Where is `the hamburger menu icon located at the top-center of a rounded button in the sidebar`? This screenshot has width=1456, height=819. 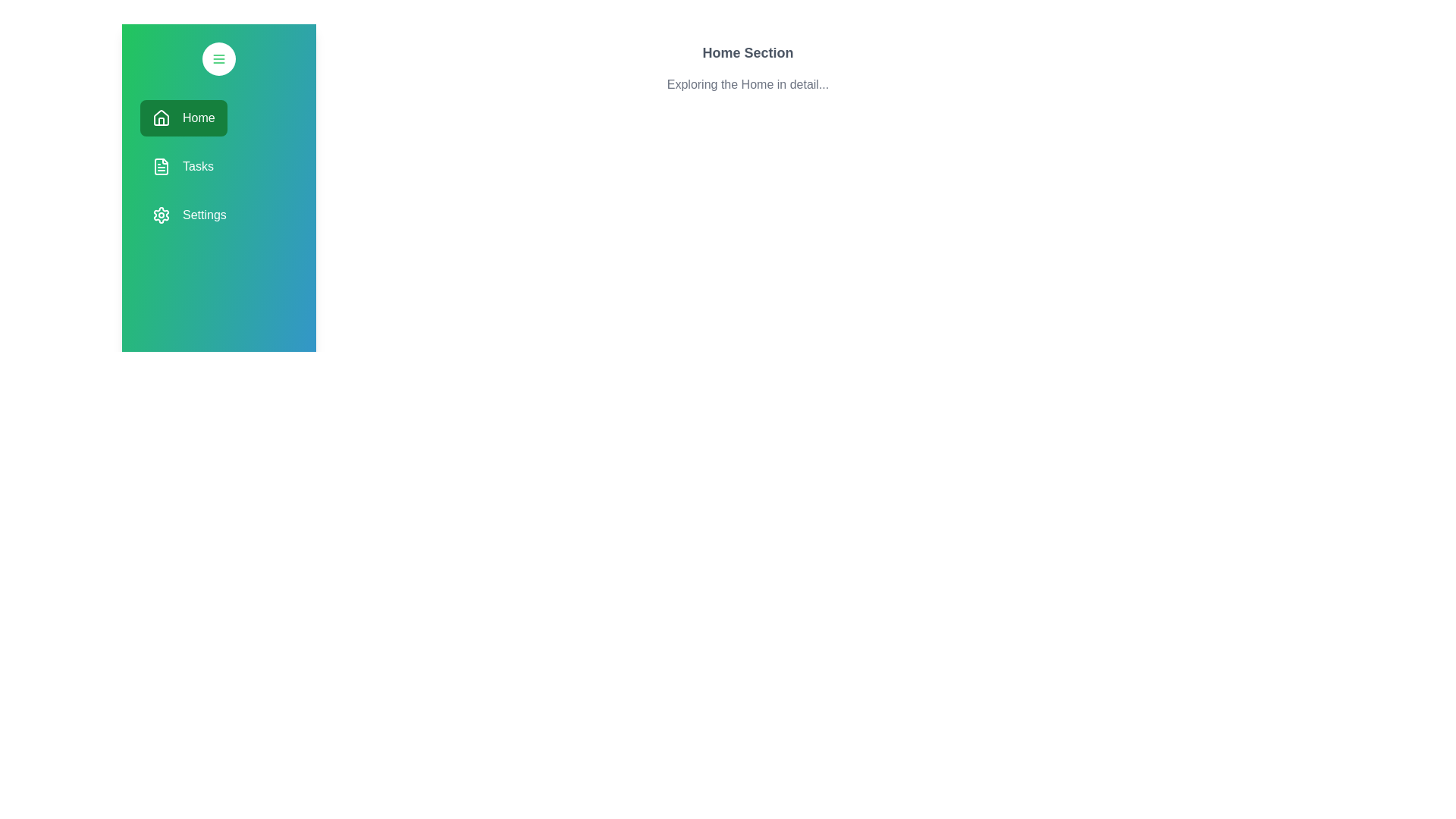 the hamburger menu icon located at the top-center of a rounded button in the sidebar is located at coordinates (218, 58).